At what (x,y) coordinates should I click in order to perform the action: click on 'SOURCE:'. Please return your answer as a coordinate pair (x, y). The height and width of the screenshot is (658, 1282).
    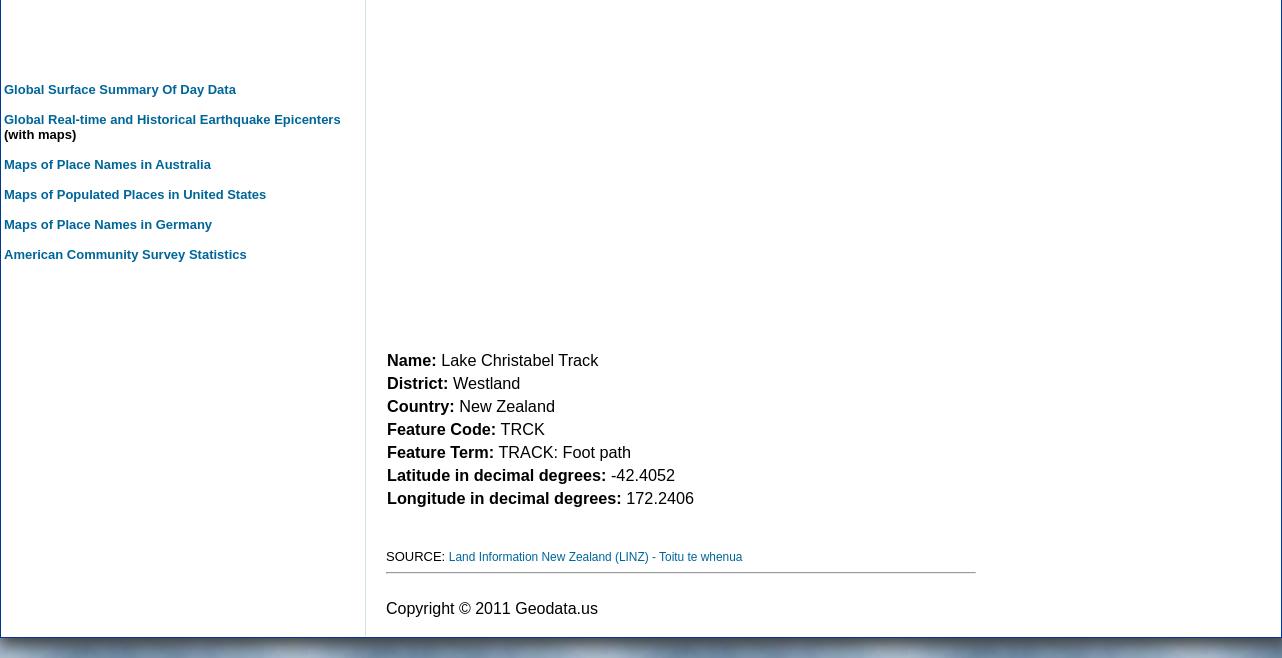
    Looking at the image, I should click on (416, 555).